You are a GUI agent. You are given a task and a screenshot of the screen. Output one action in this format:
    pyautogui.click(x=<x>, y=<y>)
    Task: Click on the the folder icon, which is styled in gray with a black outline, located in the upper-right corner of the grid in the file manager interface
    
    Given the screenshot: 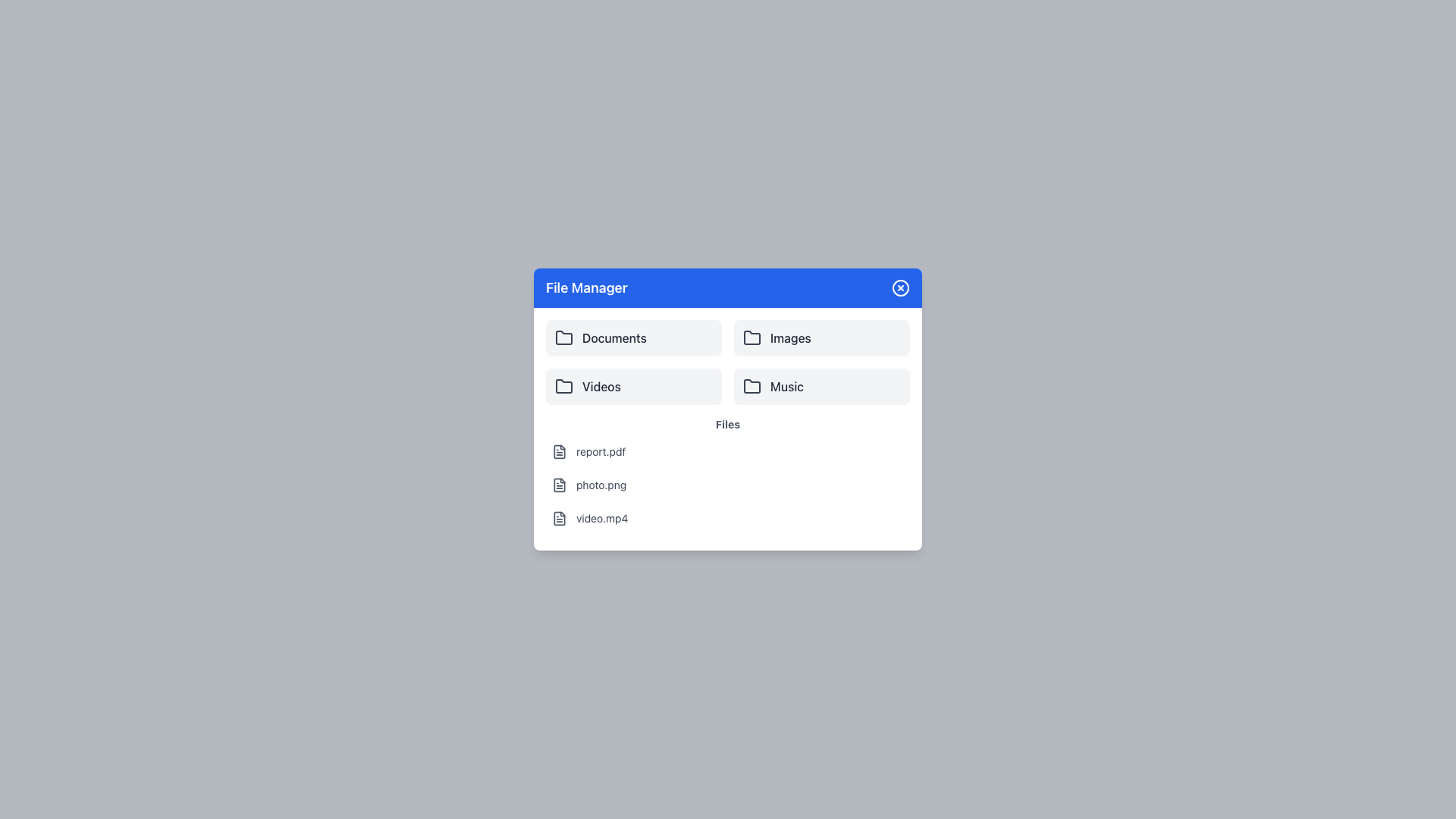 What is the action you would take?
    pyautogui.click(x=752, y=336)
    